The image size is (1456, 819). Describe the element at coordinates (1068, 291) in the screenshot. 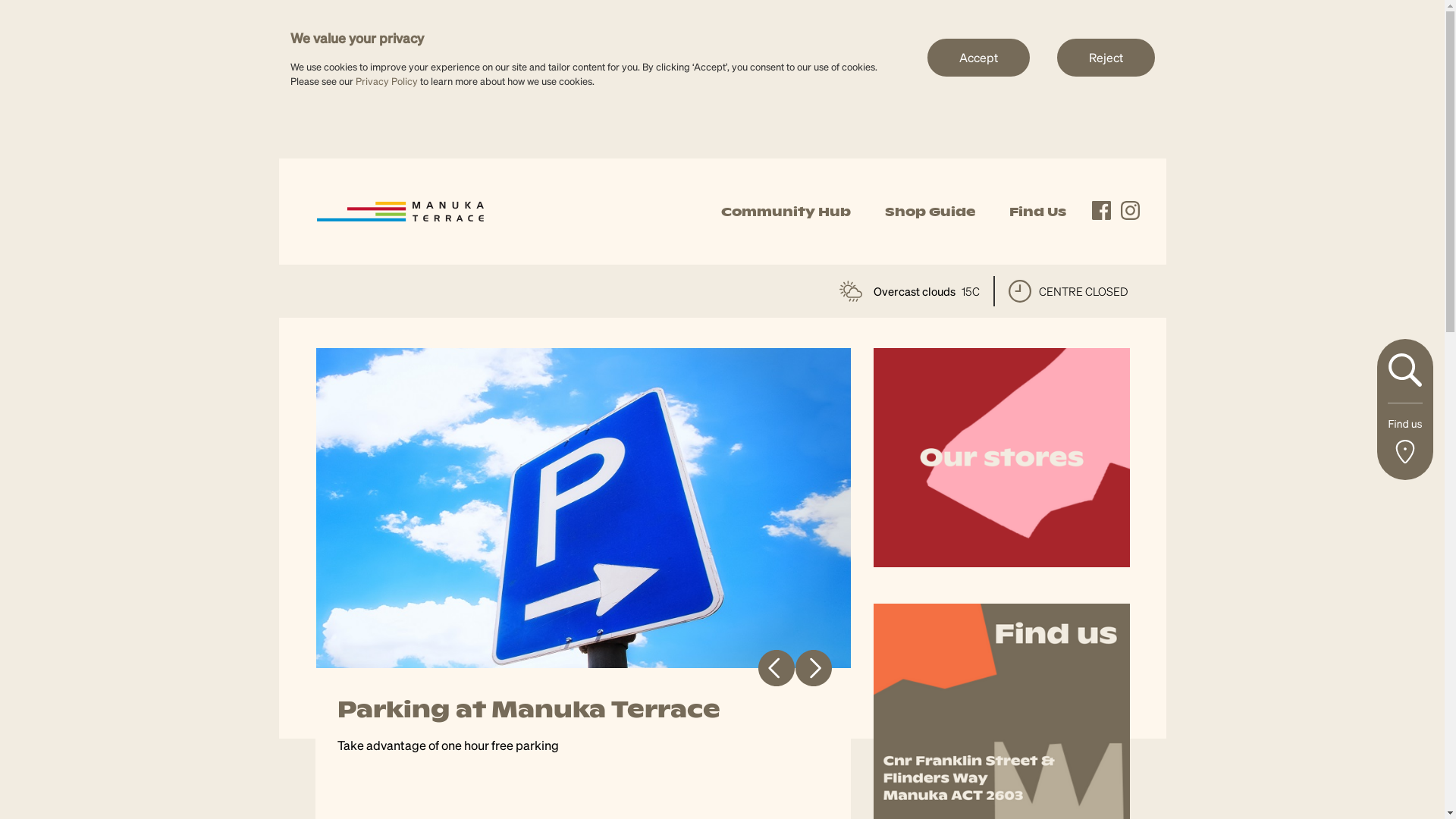

I see `'CENTRE CLOSED'` at that location.